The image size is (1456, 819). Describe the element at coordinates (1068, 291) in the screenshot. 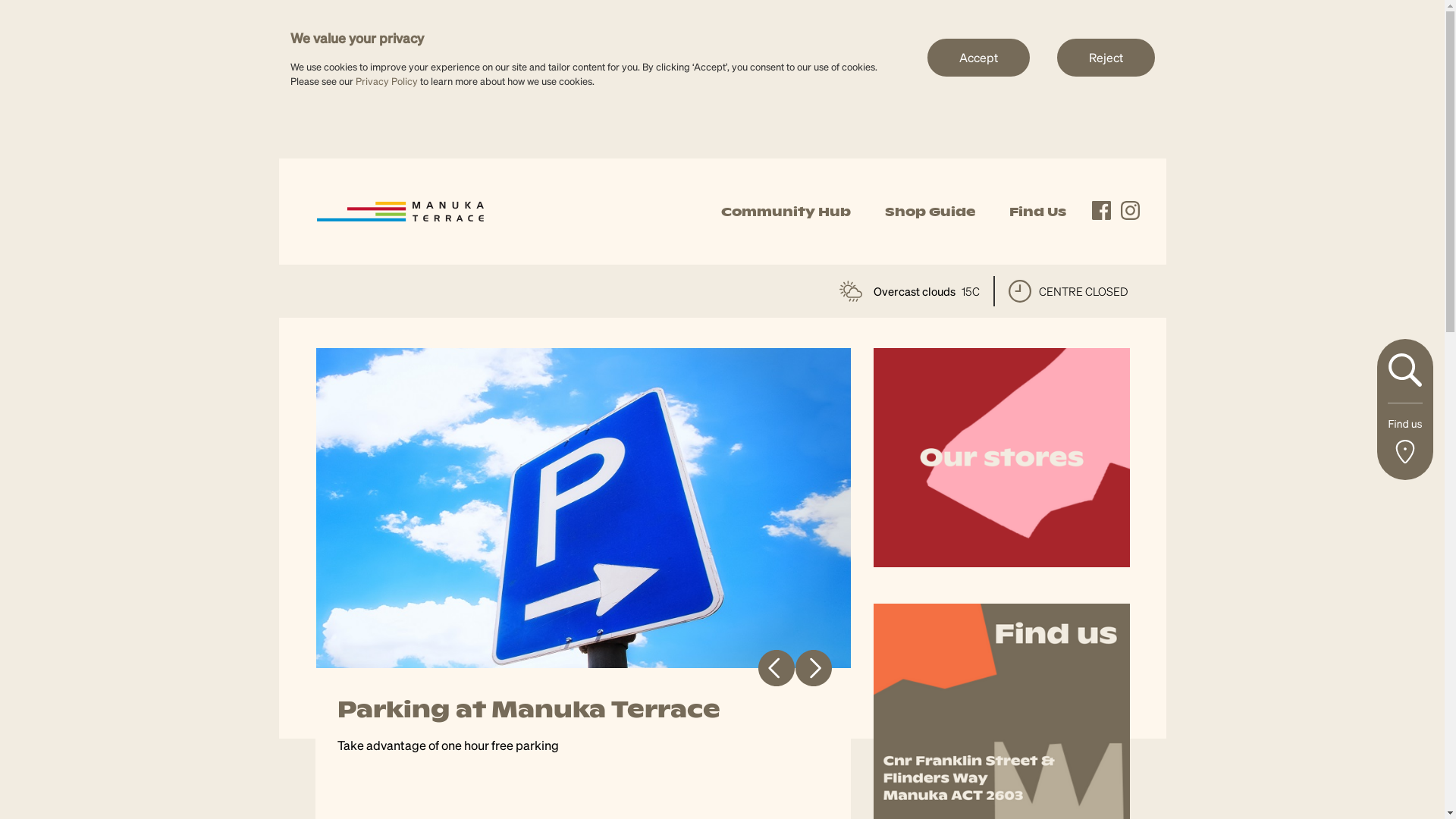

I see `'CENTRE CLOSED'` at that location.